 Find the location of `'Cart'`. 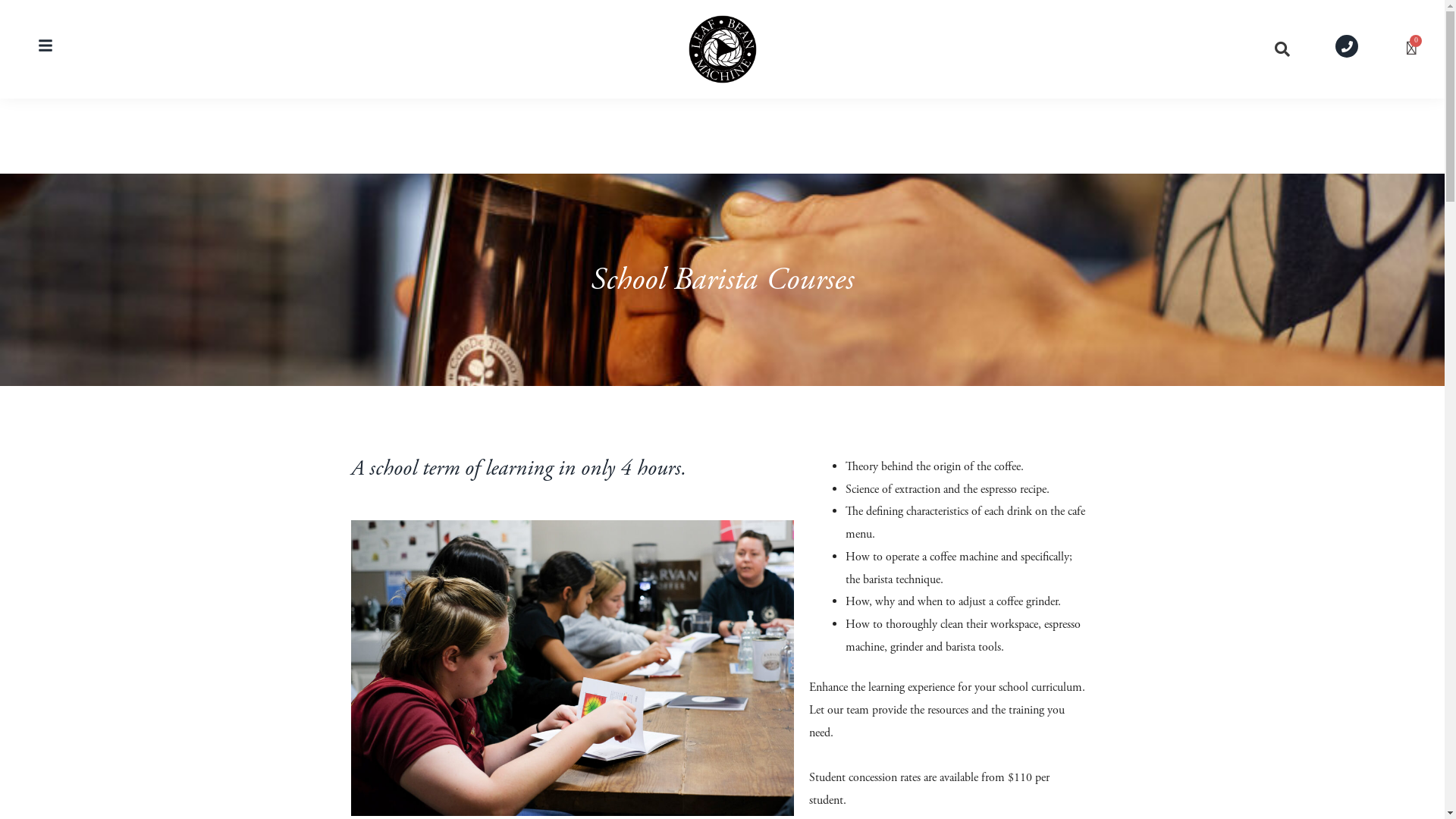

'Cart' is located at coordinates (1410, 48).